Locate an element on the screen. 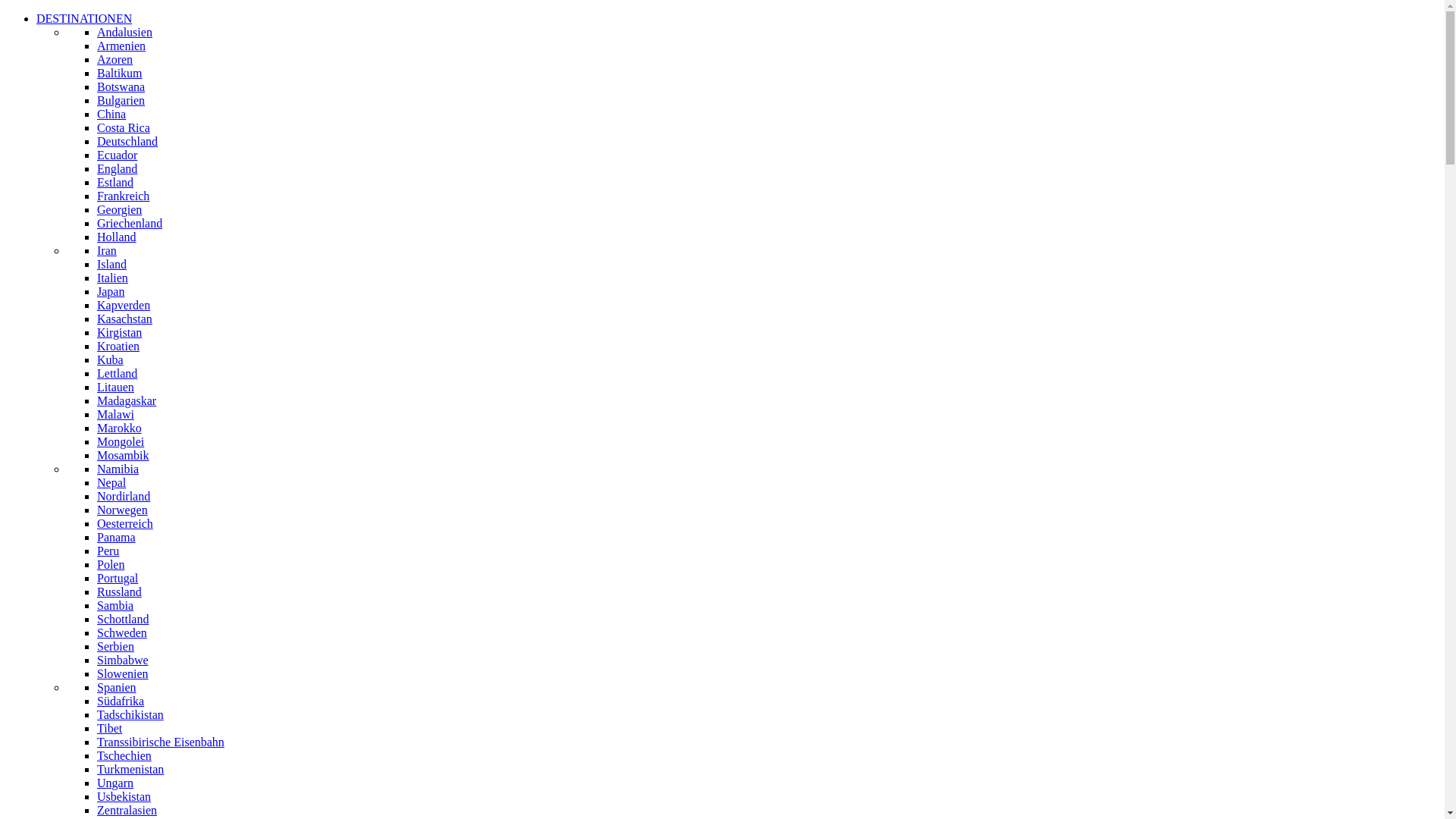 Image resolution: width=1456 pixels, height=819 pixels. 'DESTINATIONEN' is located at coordinates (36, 18).